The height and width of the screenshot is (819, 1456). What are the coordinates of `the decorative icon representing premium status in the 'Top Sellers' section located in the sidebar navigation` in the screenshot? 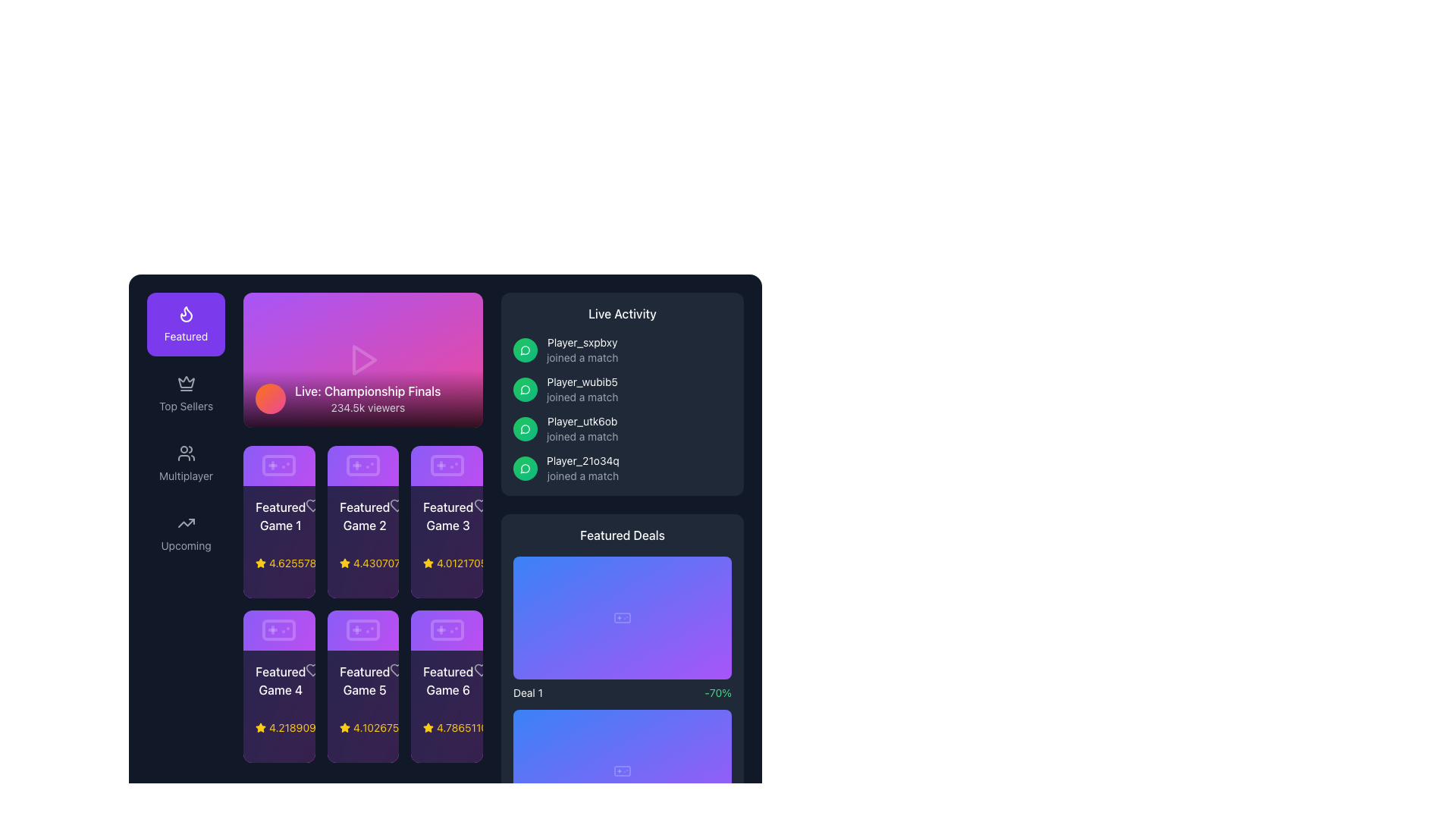 It's located at (185, 382).